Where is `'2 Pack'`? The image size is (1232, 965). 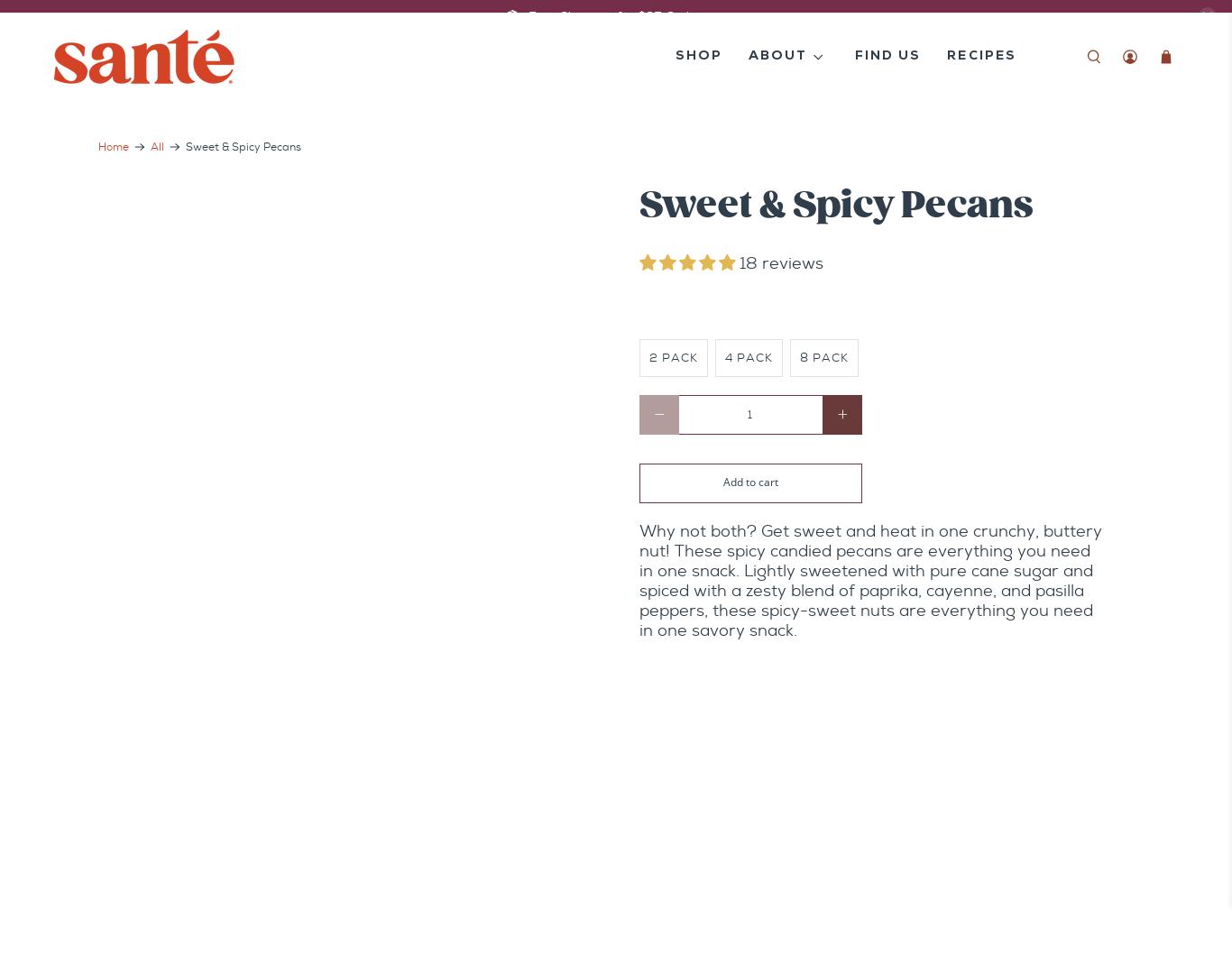
'2 Pack' is located at coordinates (674, 355).